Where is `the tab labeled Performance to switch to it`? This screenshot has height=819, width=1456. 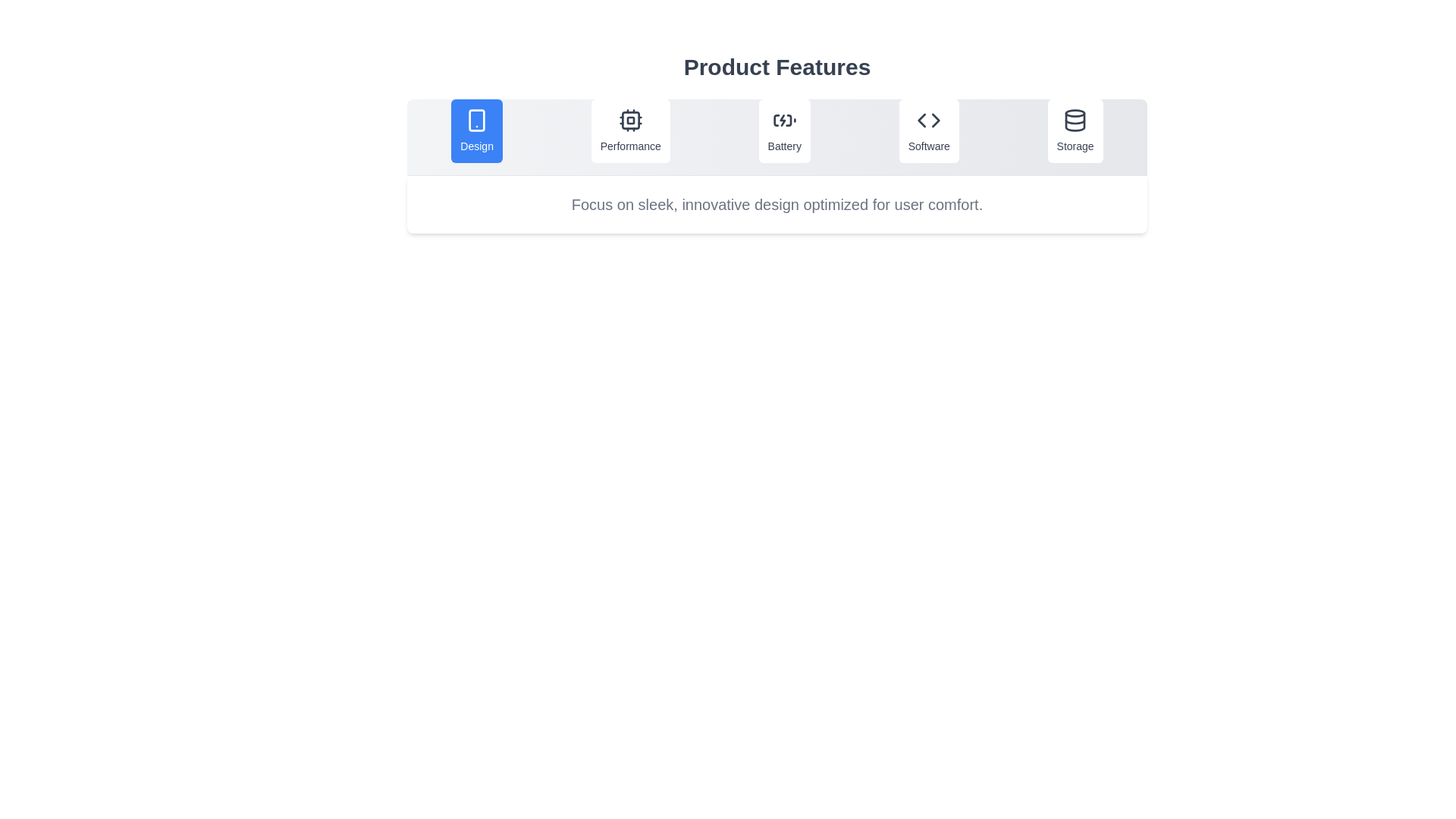
the tab labeled Performance to switch to it is located at coordinates (630, 130).